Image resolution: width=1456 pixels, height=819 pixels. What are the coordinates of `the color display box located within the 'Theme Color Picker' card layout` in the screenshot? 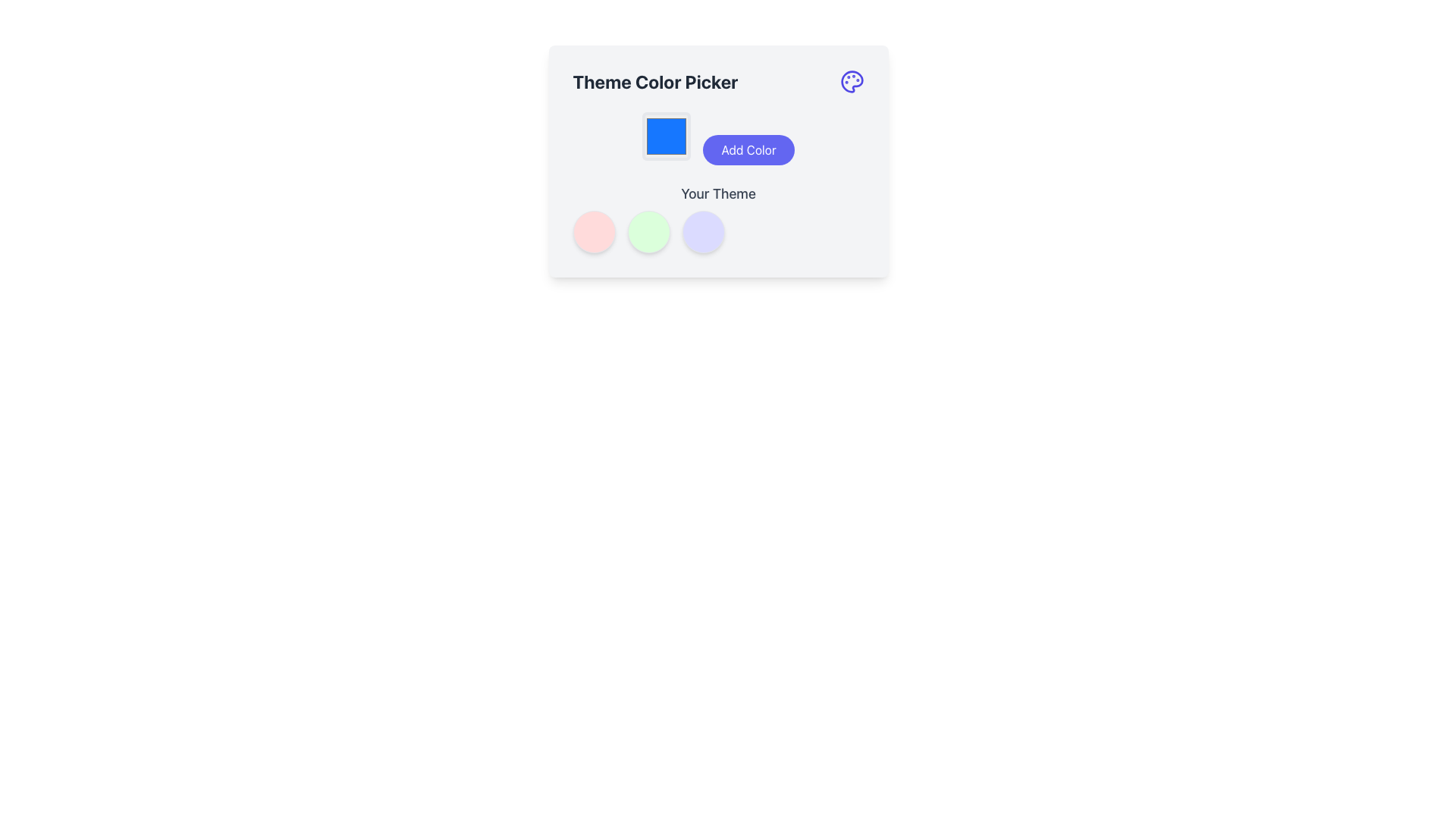 It's located at (667, 136).